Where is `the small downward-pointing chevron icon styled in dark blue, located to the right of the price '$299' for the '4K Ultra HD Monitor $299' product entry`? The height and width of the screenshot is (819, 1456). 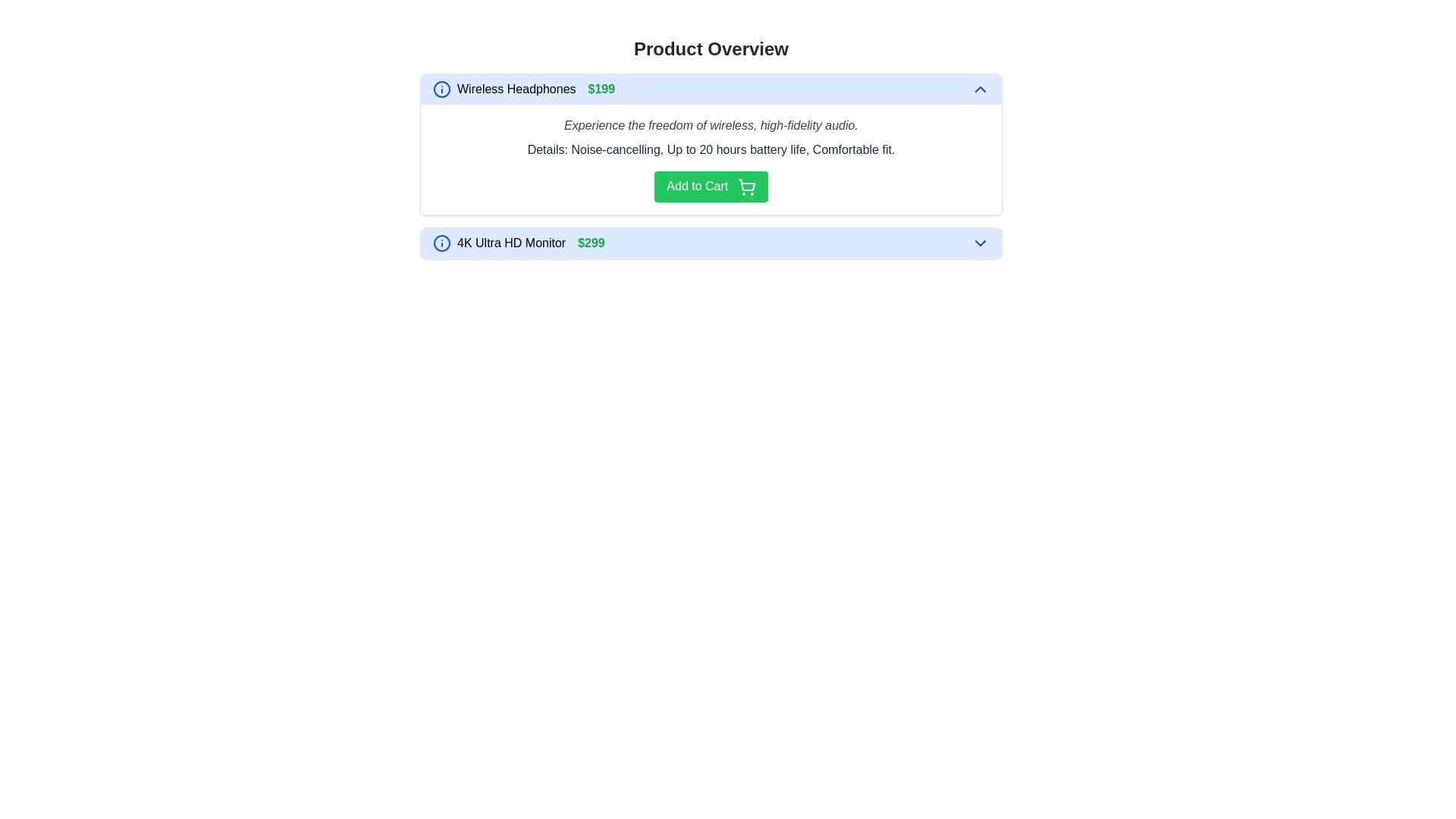 the small downward-pointing chevron icon styled in dark blue, located to the right of the price '$299' for the '4K Ultra HD Monitor $299' product entry is located at coordinates (980, 242).